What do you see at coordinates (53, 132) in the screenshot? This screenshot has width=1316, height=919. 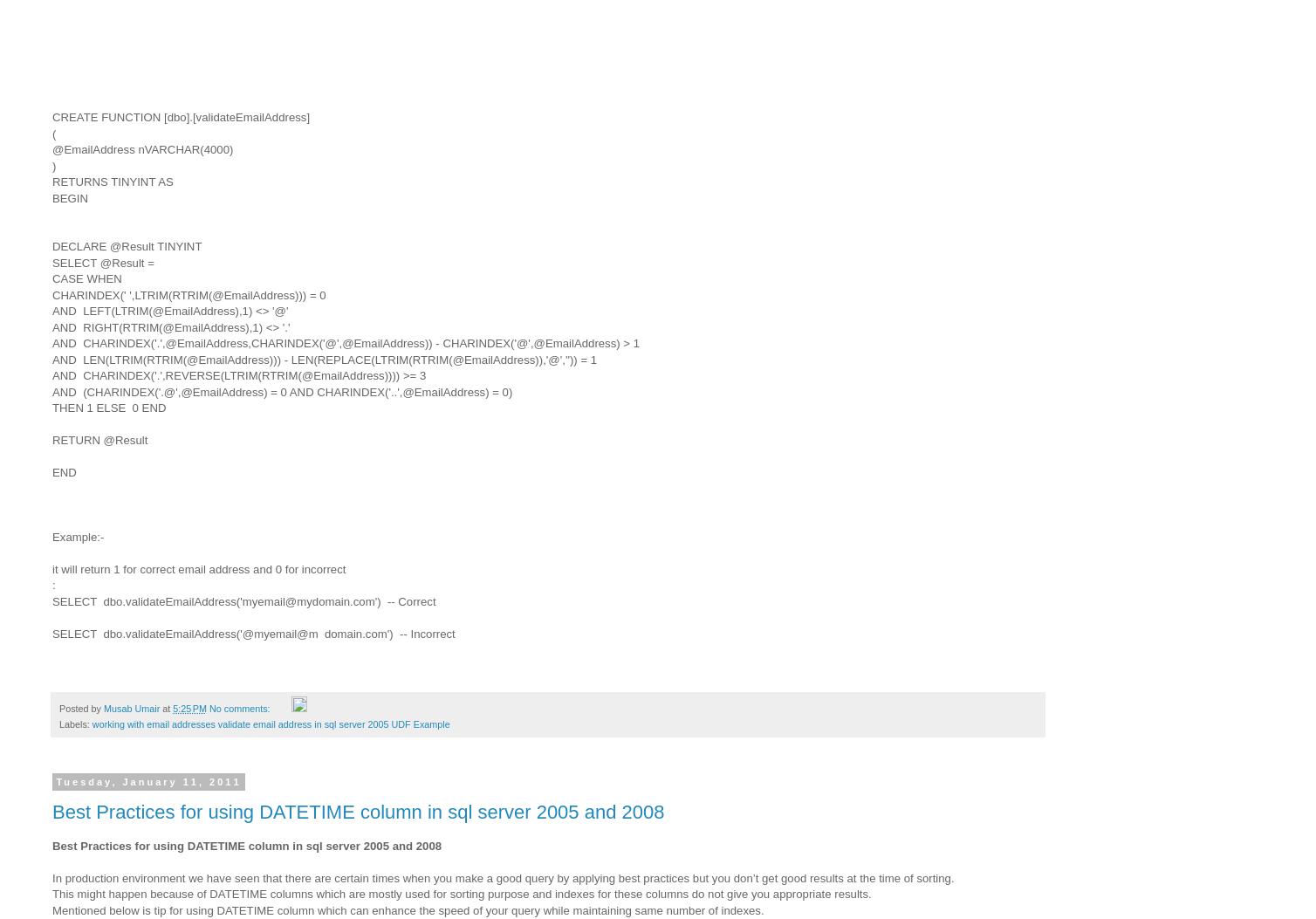 I see `'('` at bounding box center [53, 132].